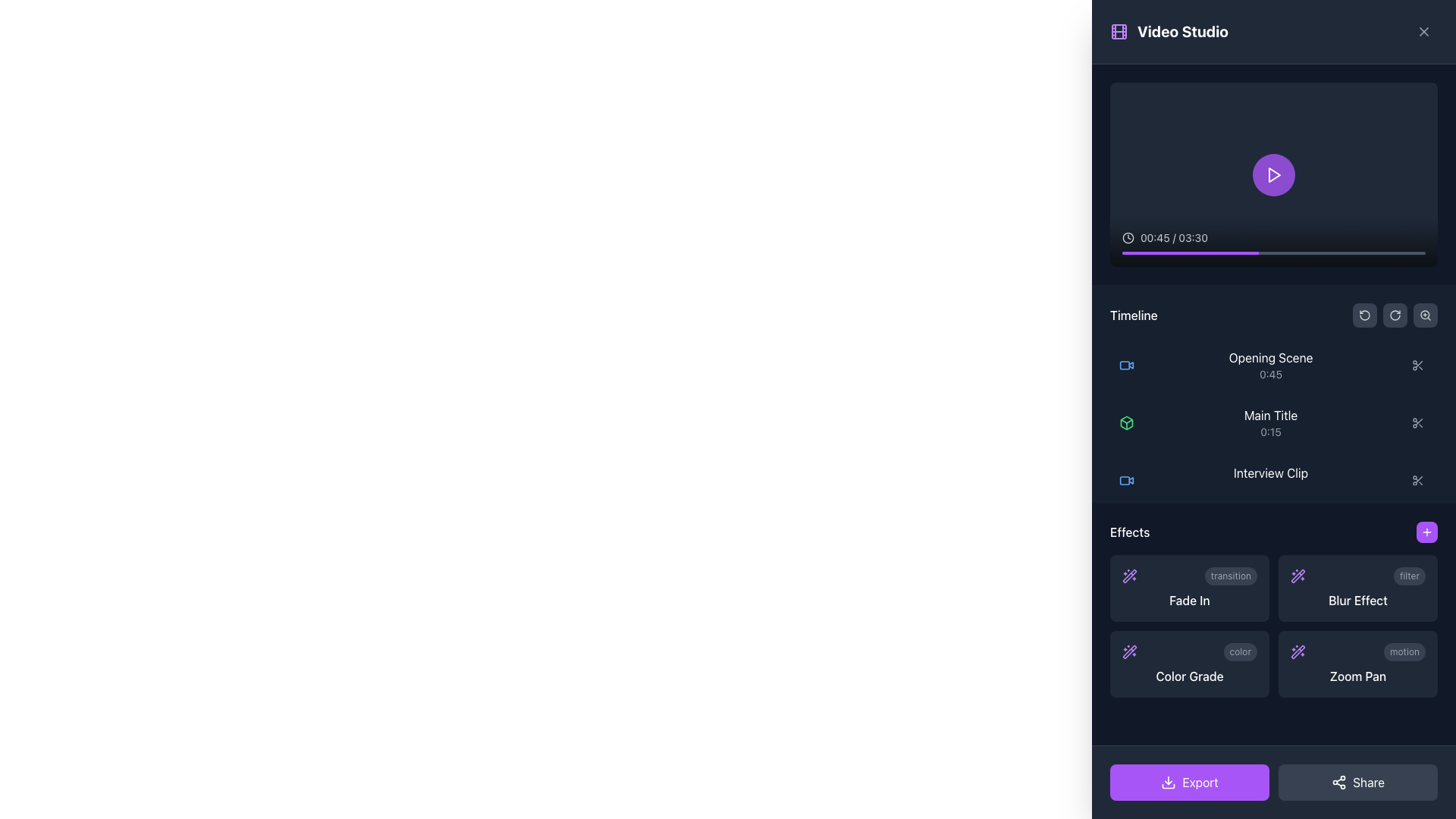  What do you see at coordinates (1127, 423) in the screenshot?
I see `the green box icon in the timeline section of the video editing interface for selection` at bounding box center [1127, 423].